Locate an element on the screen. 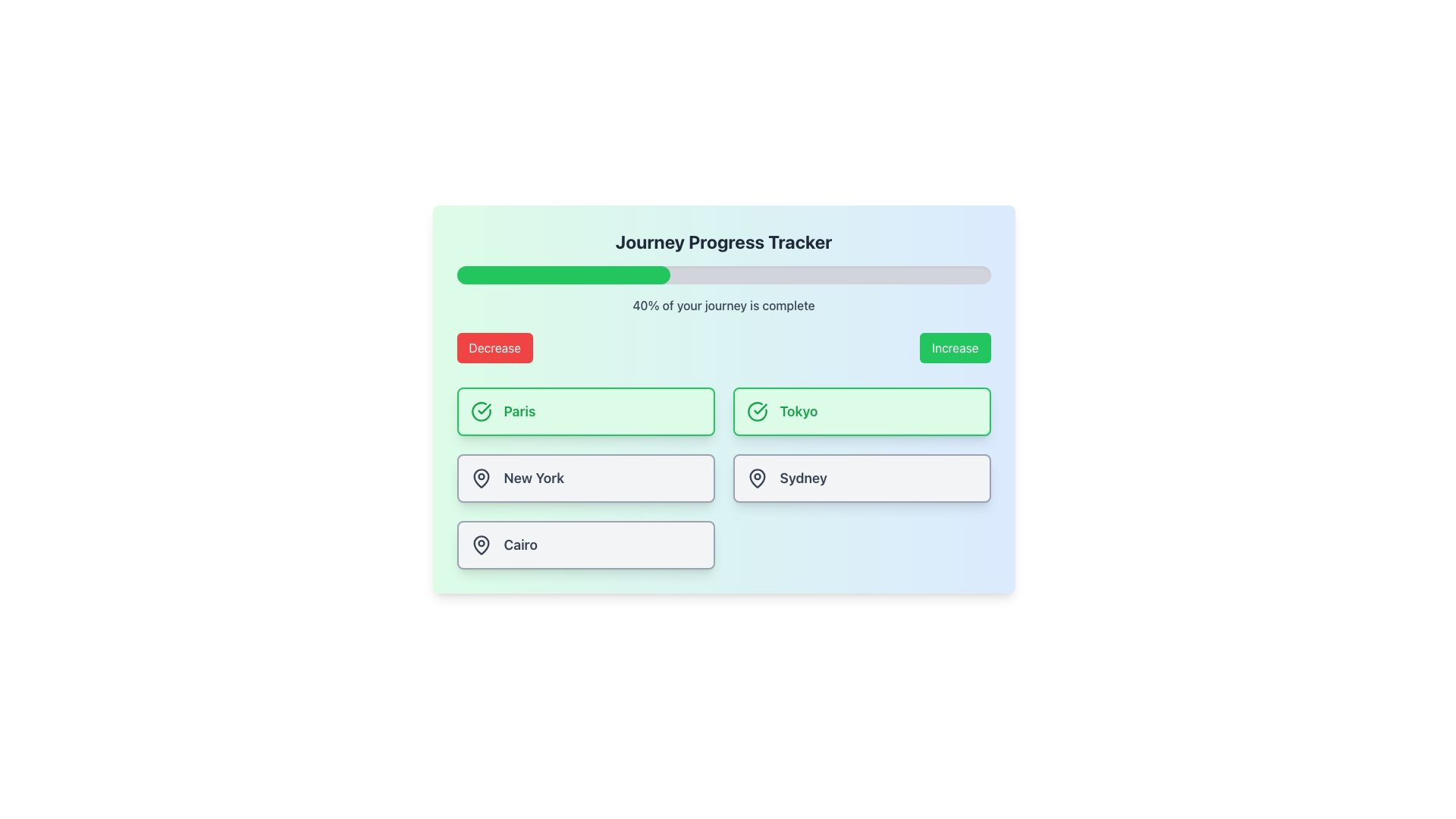 The width and height of the screenshot is (1456, 819). the green checkmark icon within the button labeled 'Paris' is located at coordinates (760, 408).